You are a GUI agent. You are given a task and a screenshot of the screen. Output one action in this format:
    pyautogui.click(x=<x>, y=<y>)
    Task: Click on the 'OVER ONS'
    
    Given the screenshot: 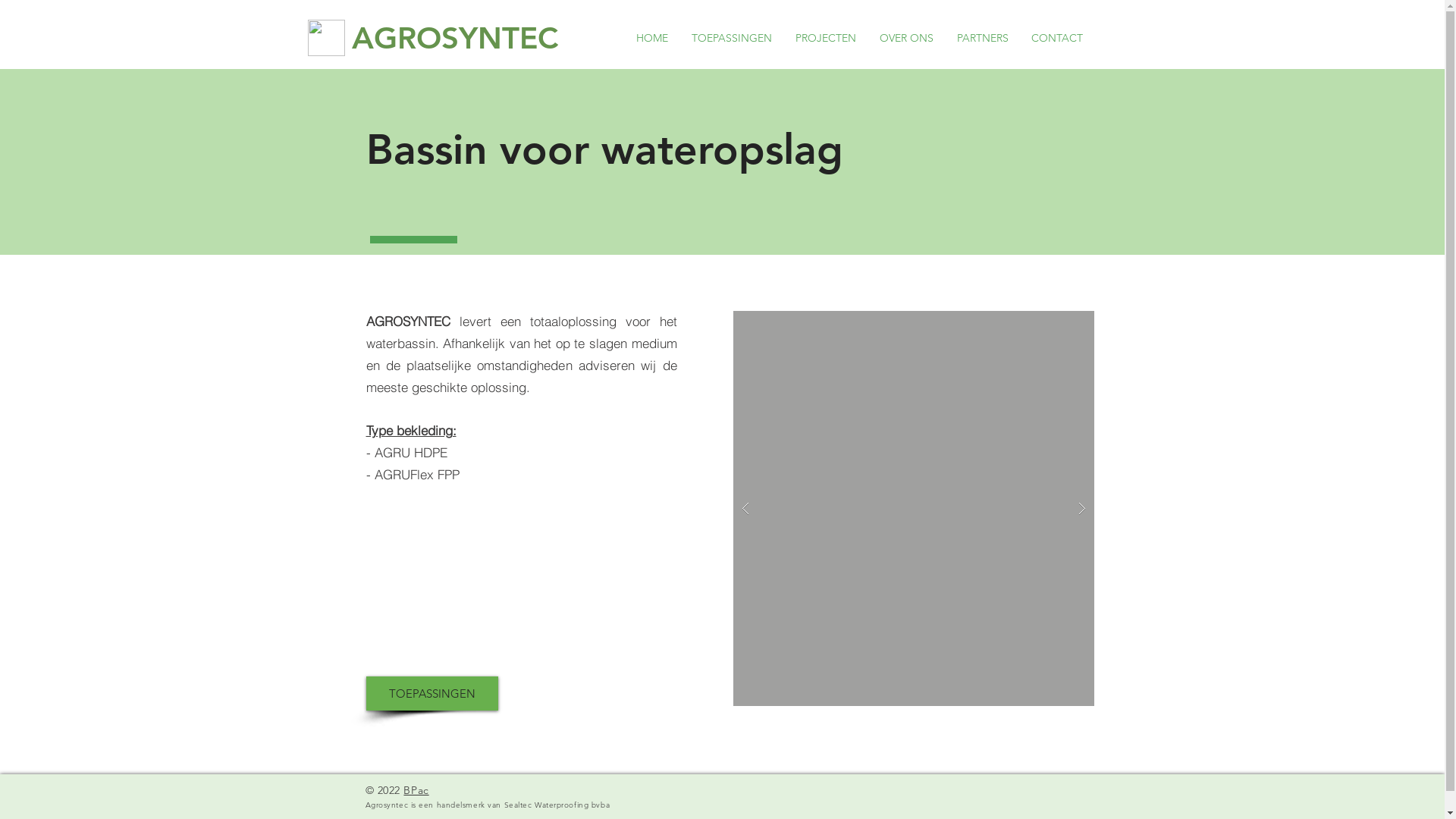 What is the action you would take?
    pyautogui.click(x=867, y=37)
    